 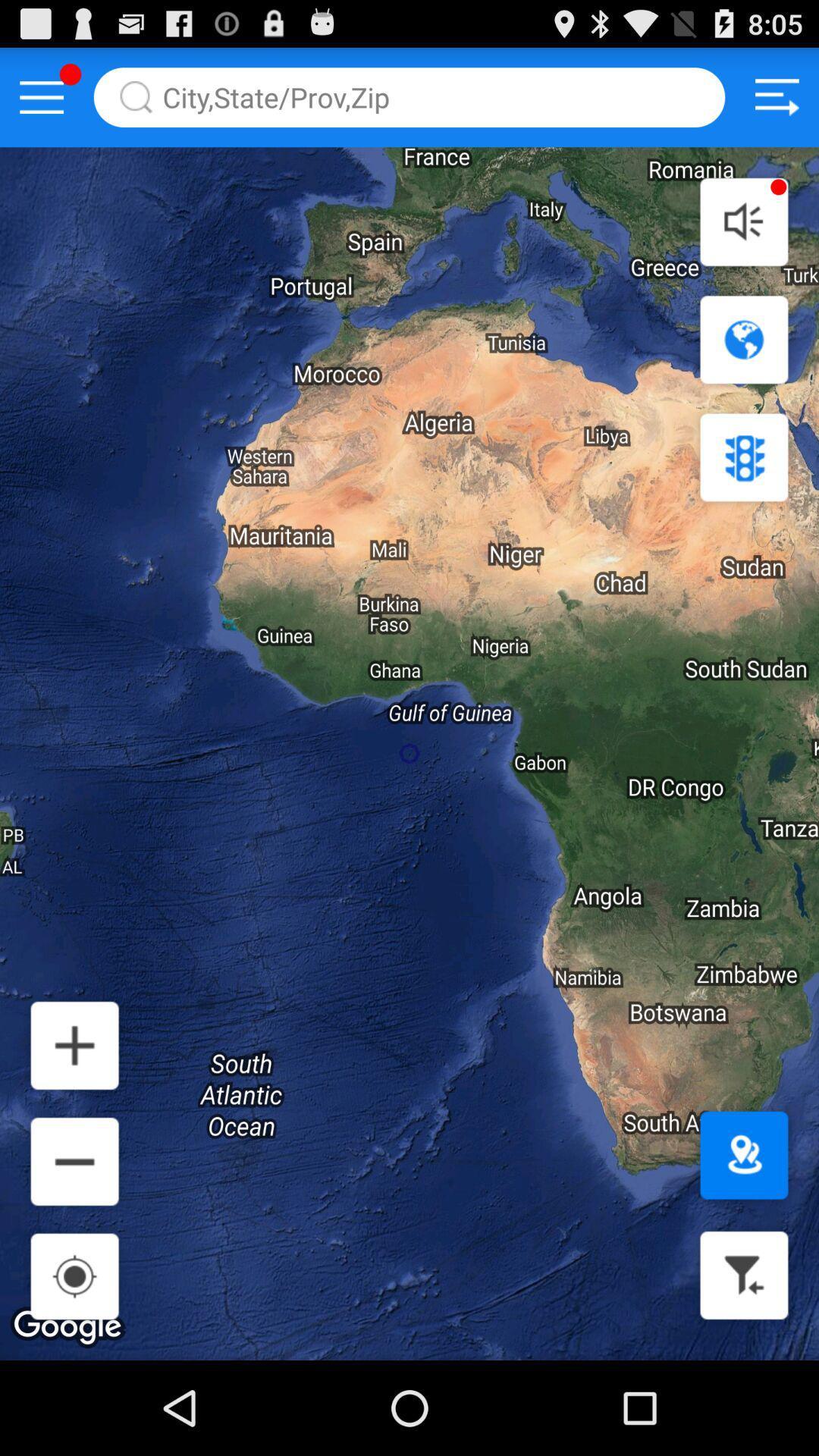 I want to click on set destination, so click(x=743, y=1154).